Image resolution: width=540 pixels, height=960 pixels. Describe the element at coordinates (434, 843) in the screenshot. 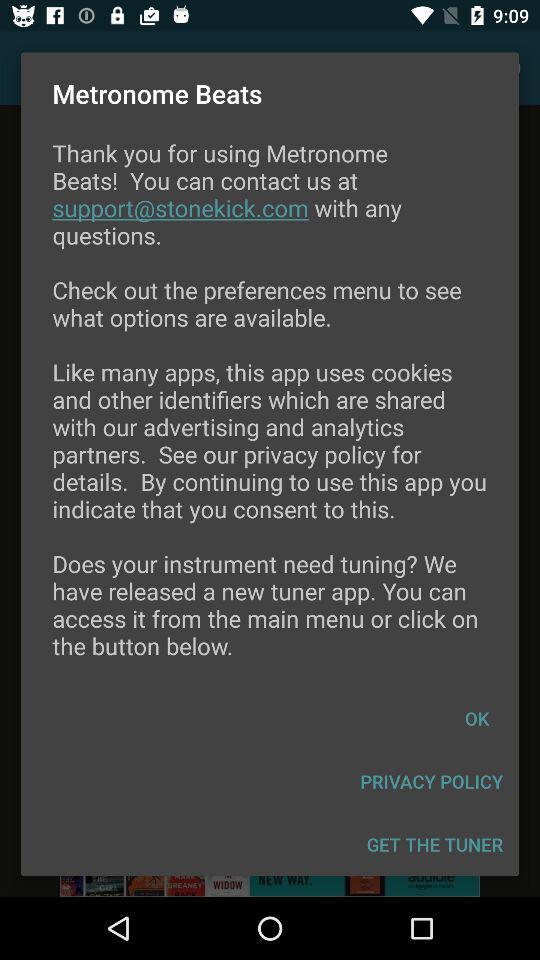

I see `the icon below the privacy policy` at that location.